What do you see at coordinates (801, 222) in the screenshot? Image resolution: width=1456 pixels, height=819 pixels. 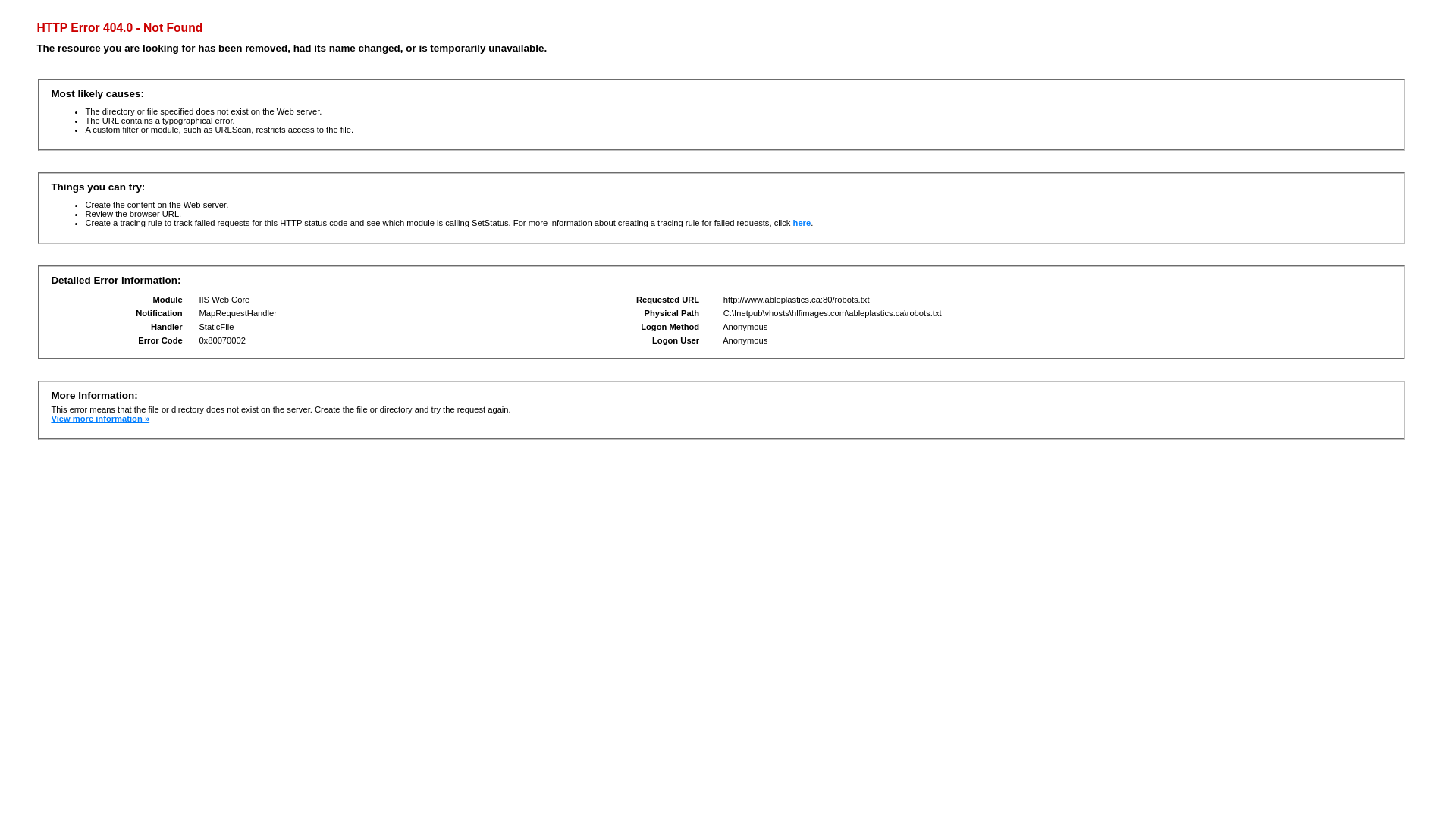 I see `'here'` at bounding box center [801, 222].